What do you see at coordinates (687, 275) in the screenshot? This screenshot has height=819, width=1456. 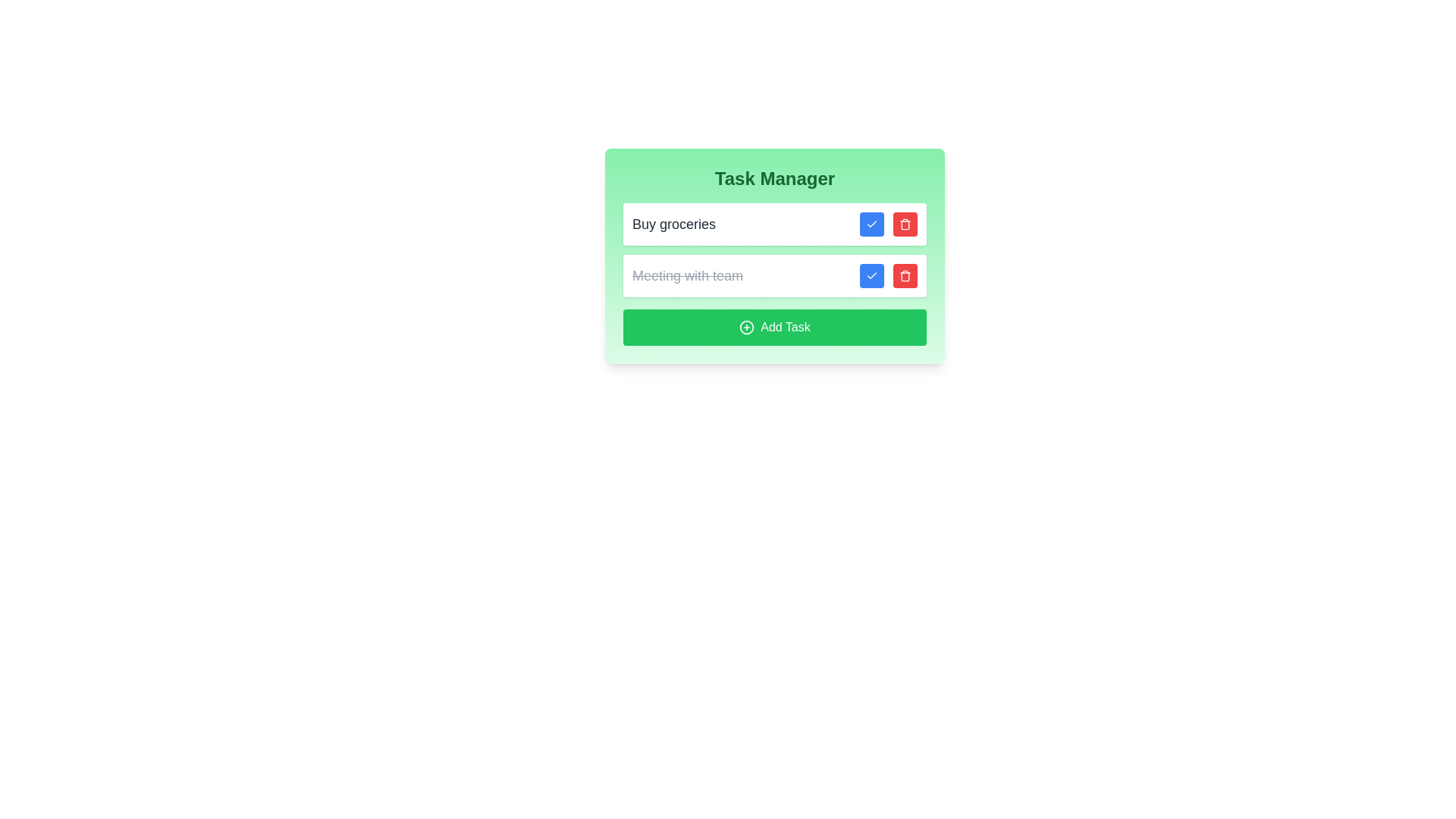 I see `the text label that displays the title or description of a completed task in the task management interface, which is centrally aligned in the middle section of the interface` at bounding box center [687, 275].